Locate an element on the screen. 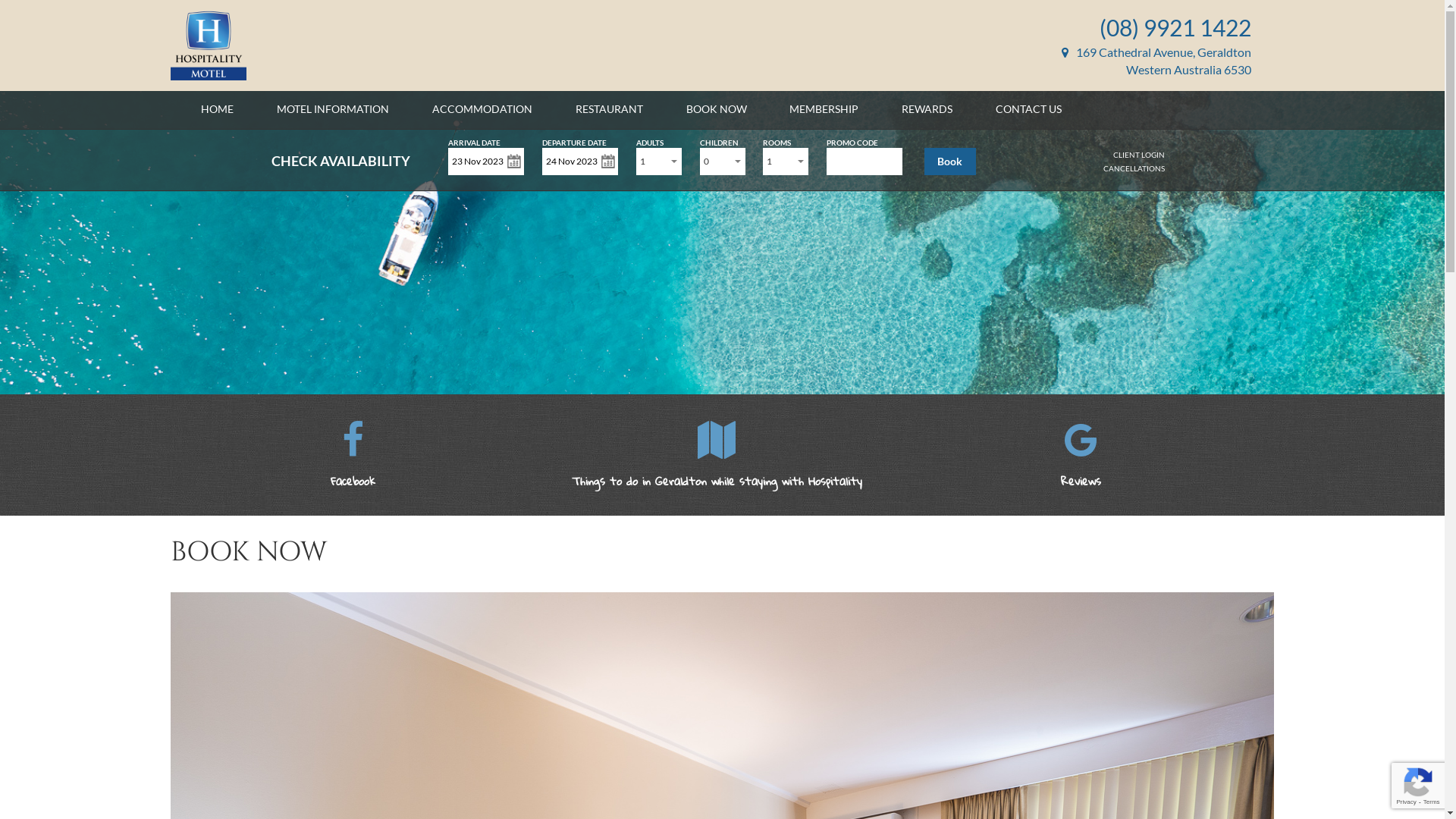 Image resolution: width=1456 pixels, height=819 pixels. 'ACCOMMODATION' is located at coordinates (431, 108).